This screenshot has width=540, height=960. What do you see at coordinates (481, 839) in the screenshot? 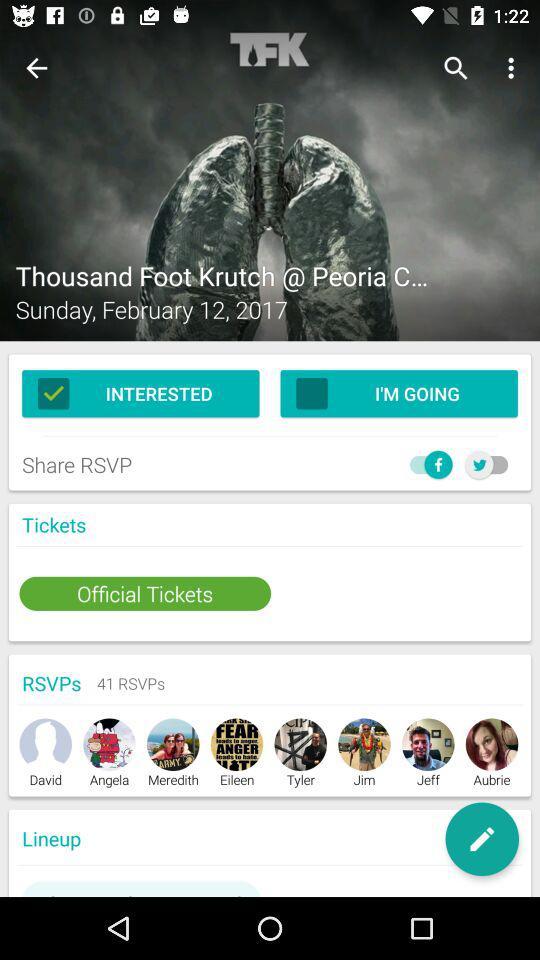
I see `the edit icon` at bounding box center [481, 839].